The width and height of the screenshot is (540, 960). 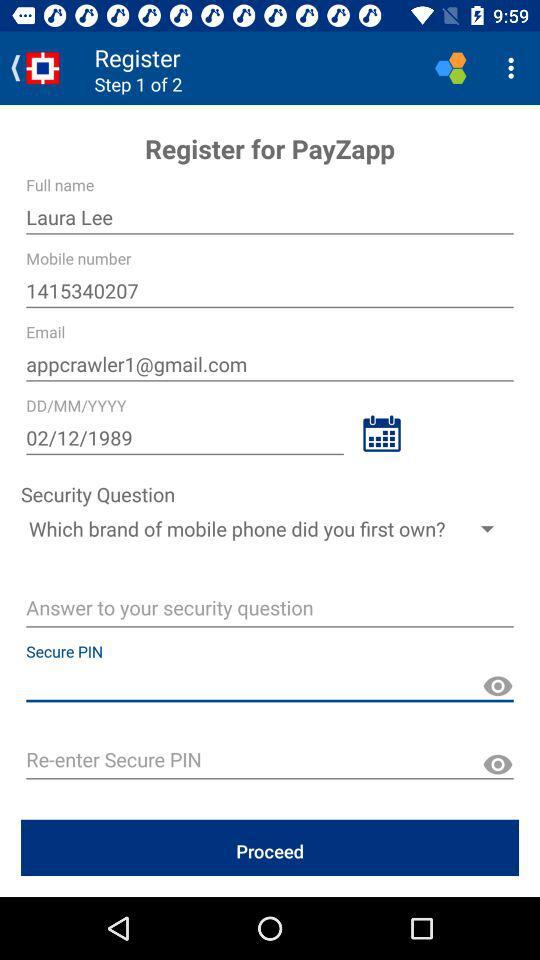 I want to click on show pin, so click(x=496, y=764).